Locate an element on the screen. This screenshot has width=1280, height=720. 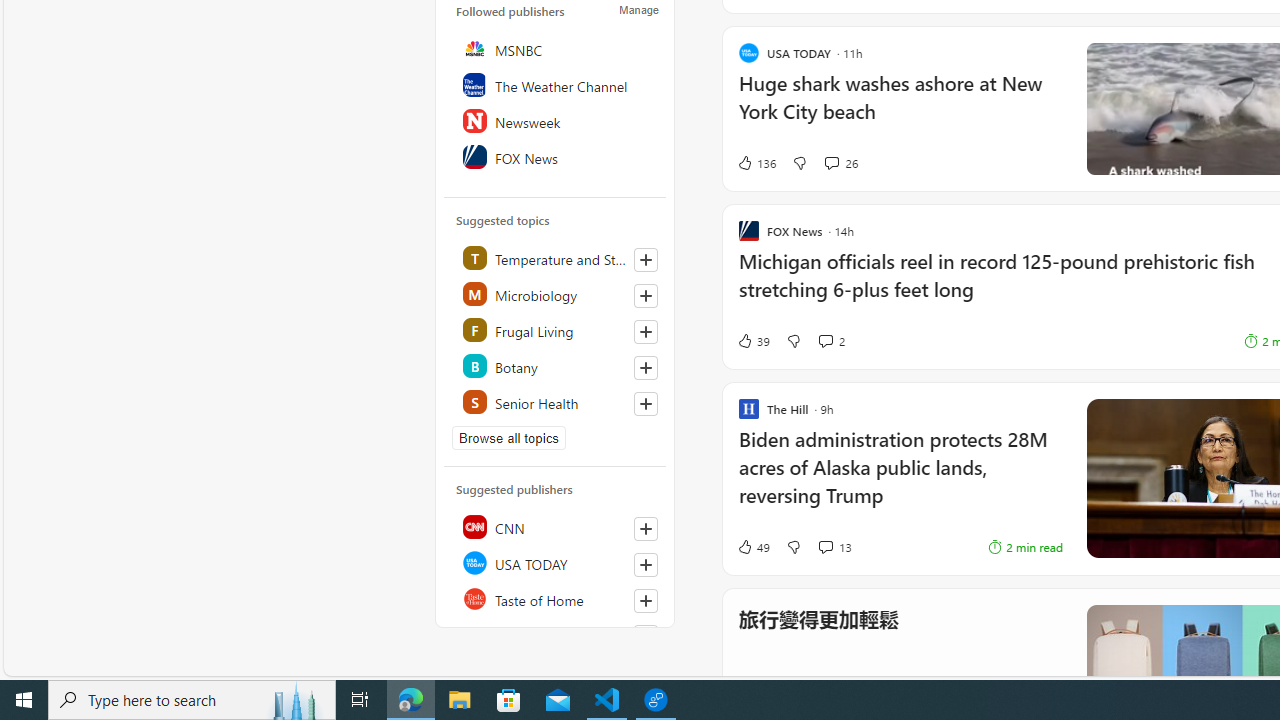
'Manage' is located at coordinates (638, 10).